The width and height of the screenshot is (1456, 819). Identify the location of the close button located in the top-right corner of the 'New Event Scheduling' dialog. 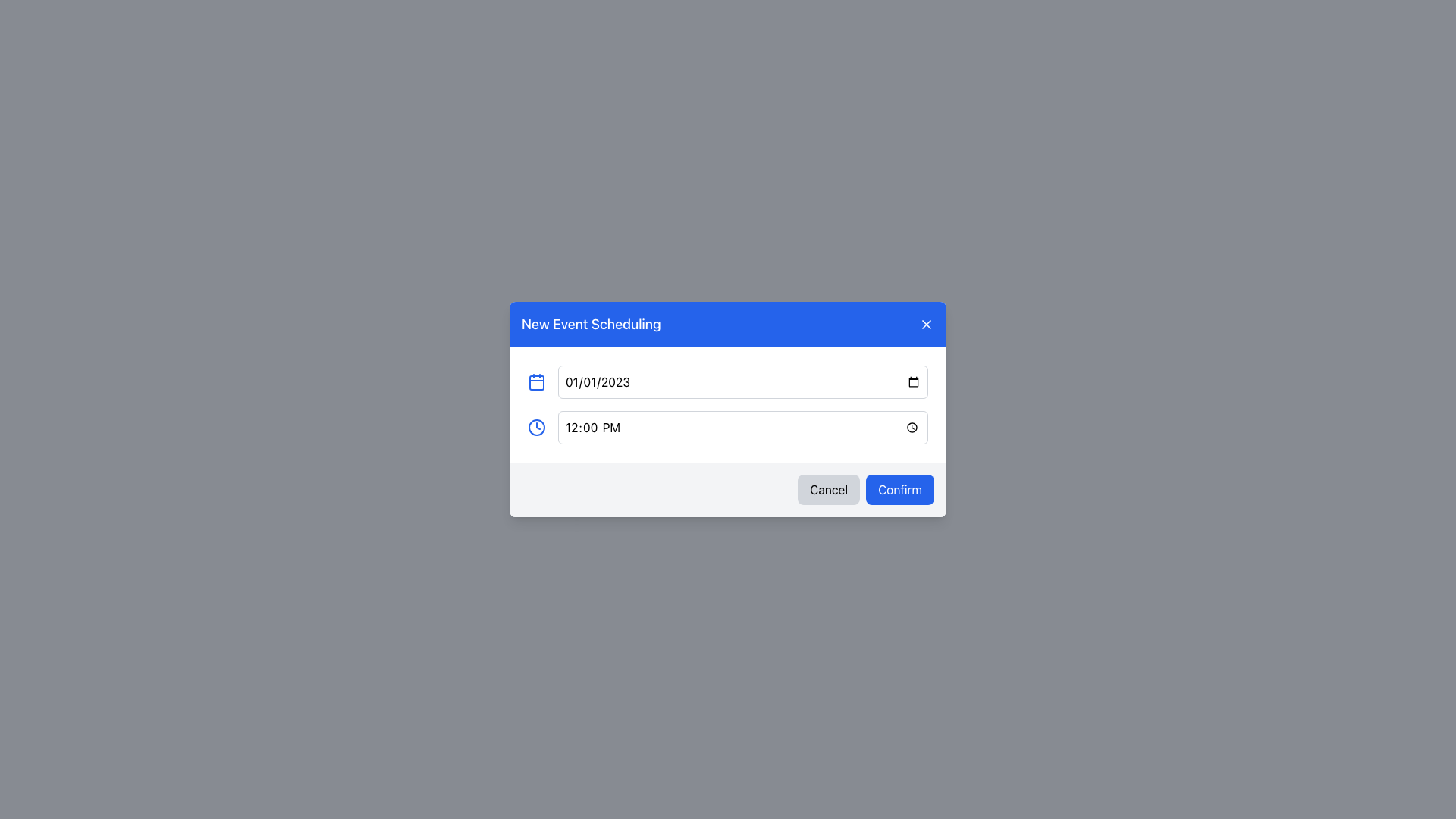
(926, 324).